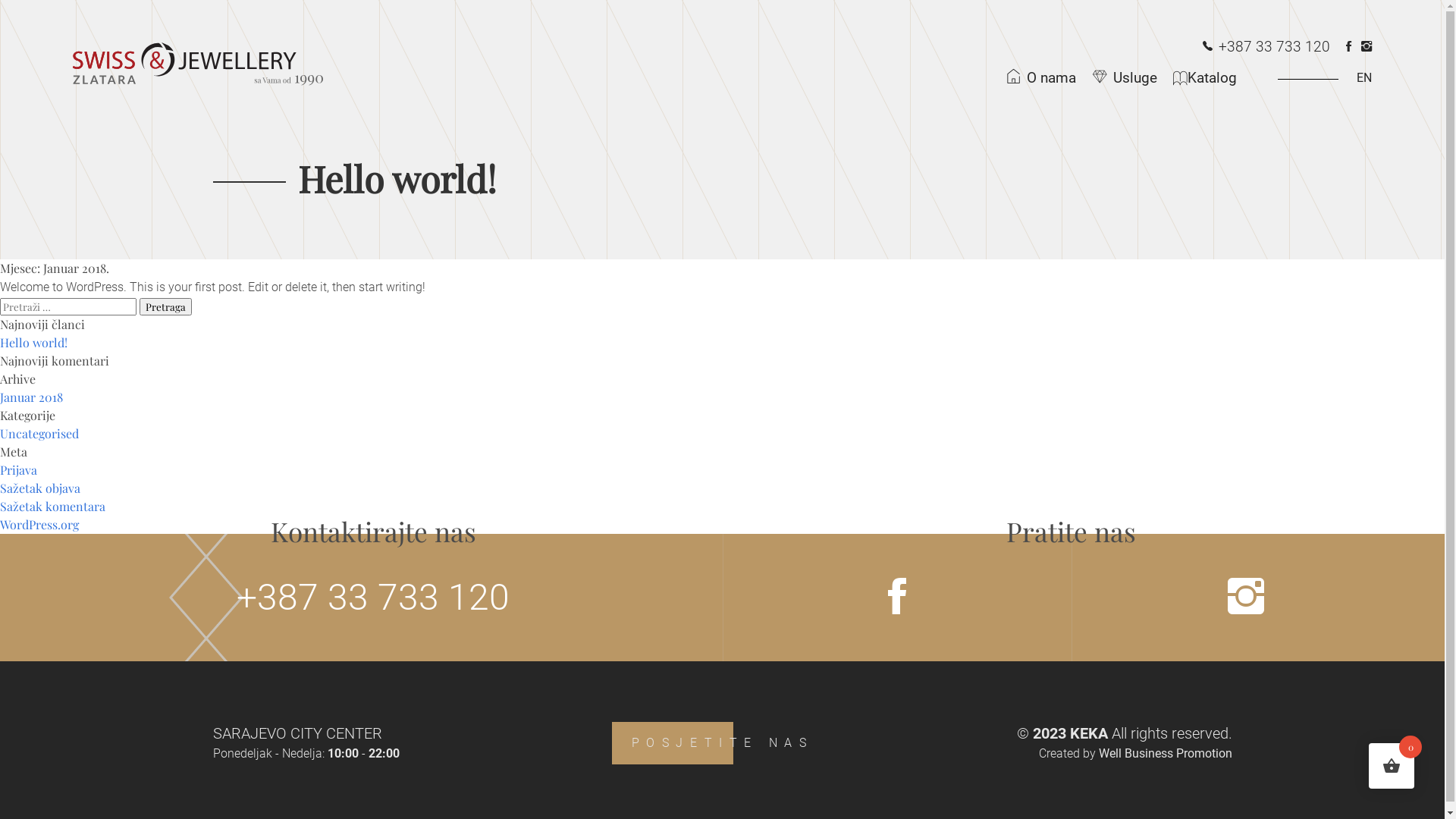 Image resolution: width=1456 pixels, height=819 pixels. What do you see at coordinates (0, 433) in the screenshot?
I see `'Uncategorised'` at bounding box center [0, 433].